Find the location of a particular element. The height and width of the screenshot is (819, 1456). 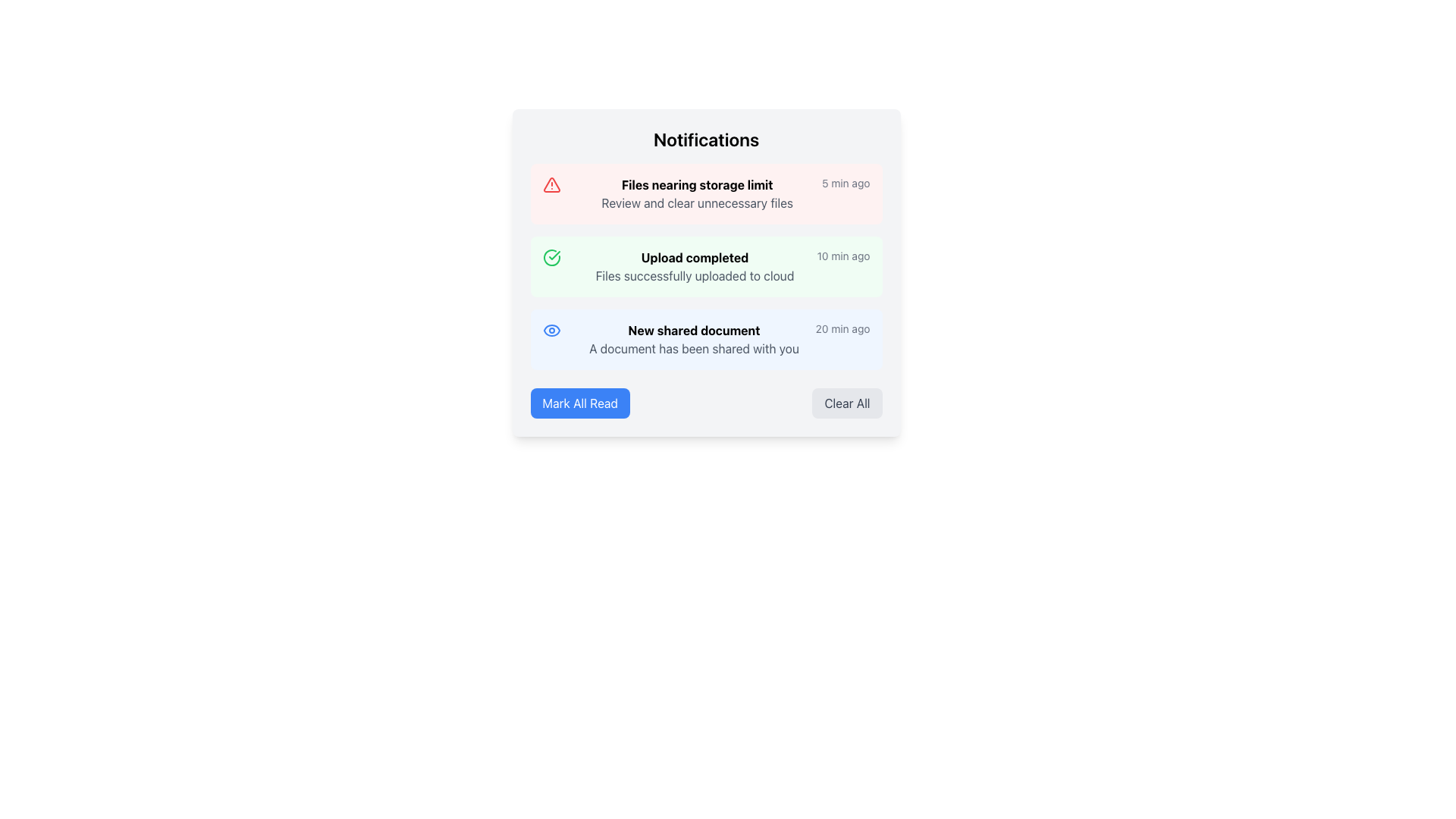

the circular icon with a green outline and a checkmark inside, located to the left of the 'Upload completed' notification is located at coordinates (551, 256).